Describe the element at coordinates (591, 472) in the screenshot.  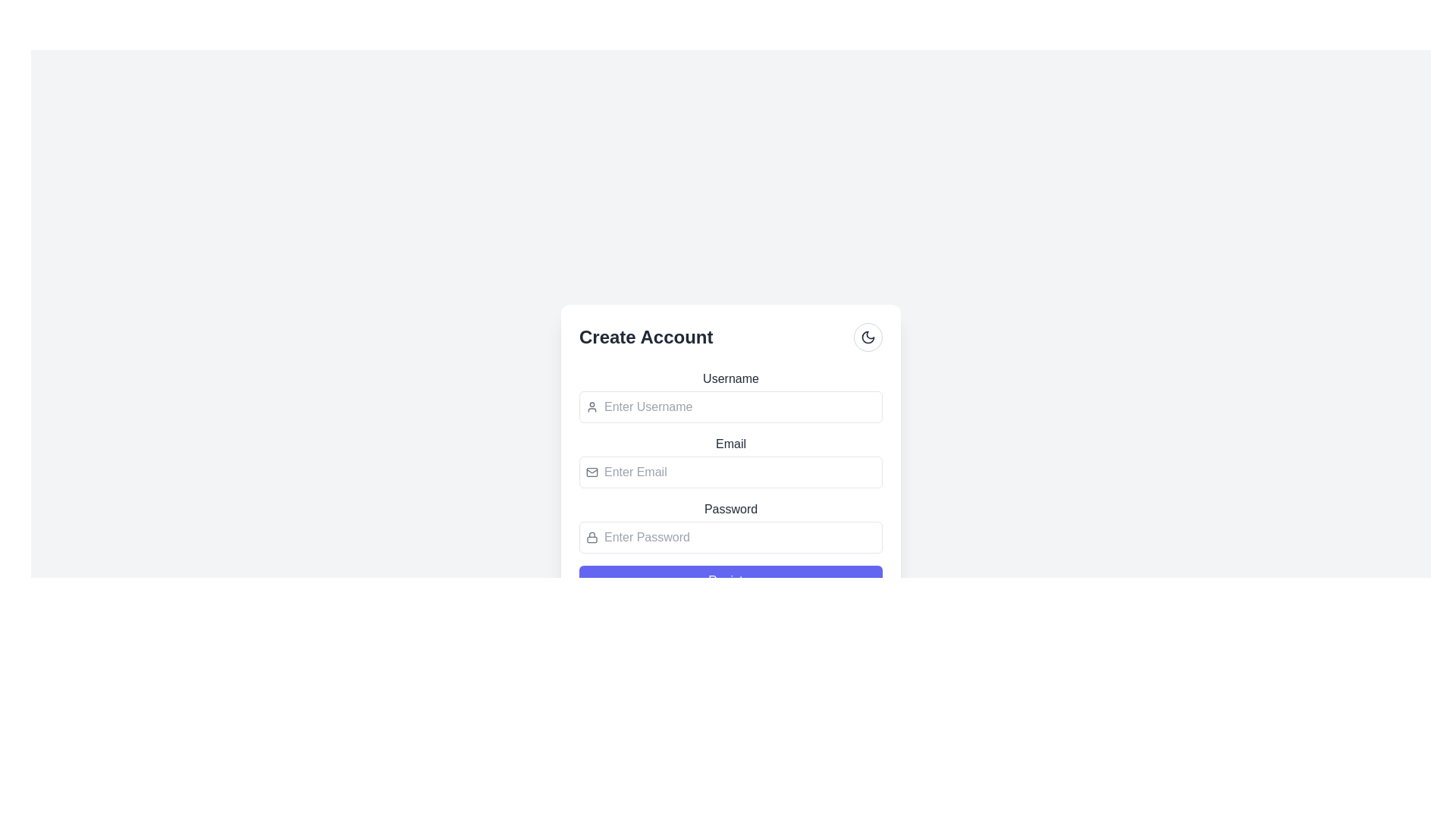
I see `the email icon located to the left of the email input field in the 'Create Account' form` at that location.